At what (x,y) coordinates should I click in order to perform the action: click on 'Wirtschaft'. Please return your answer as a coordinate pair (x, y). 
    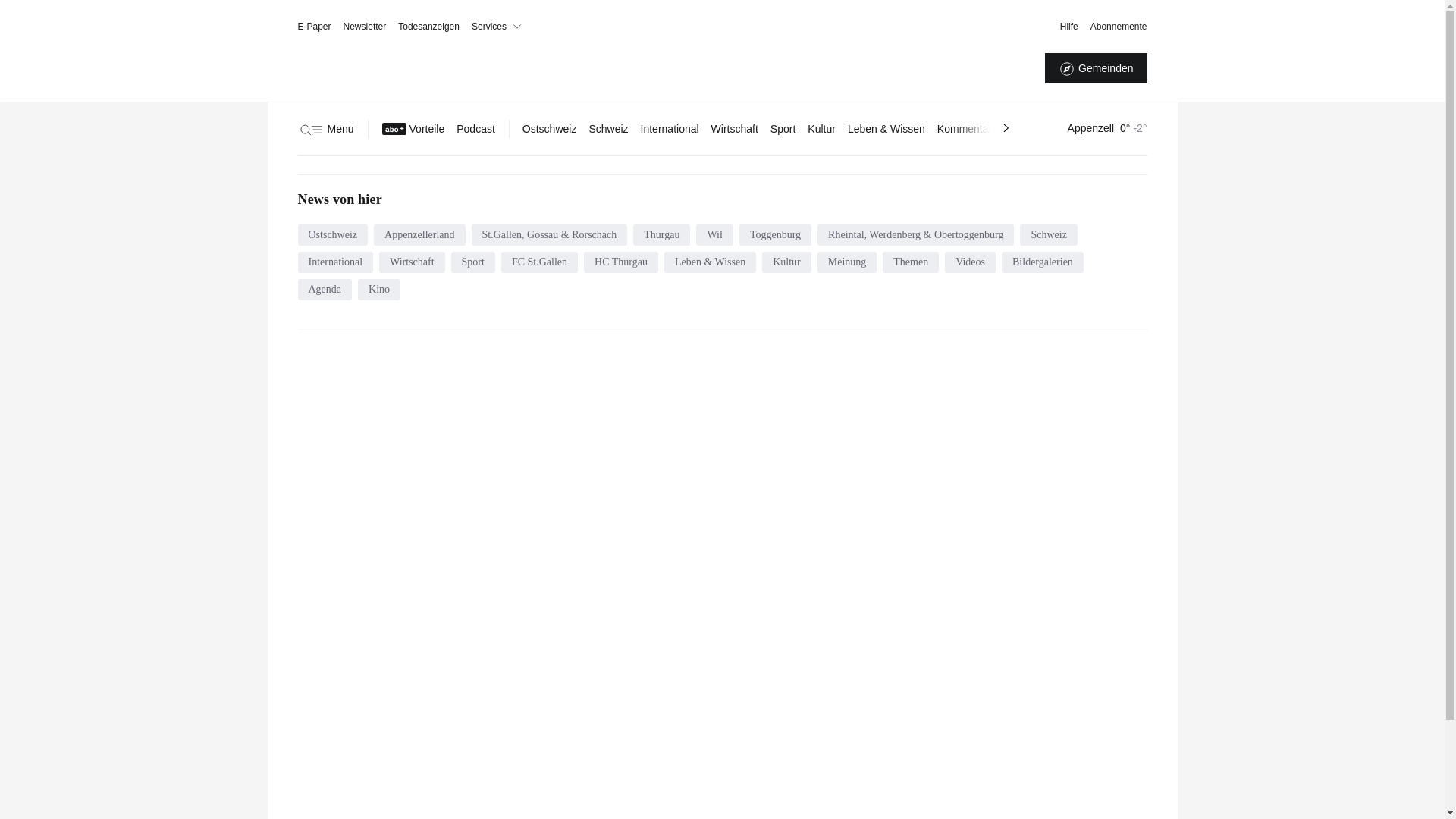
    Looking at the image, I should click on (378, 262).